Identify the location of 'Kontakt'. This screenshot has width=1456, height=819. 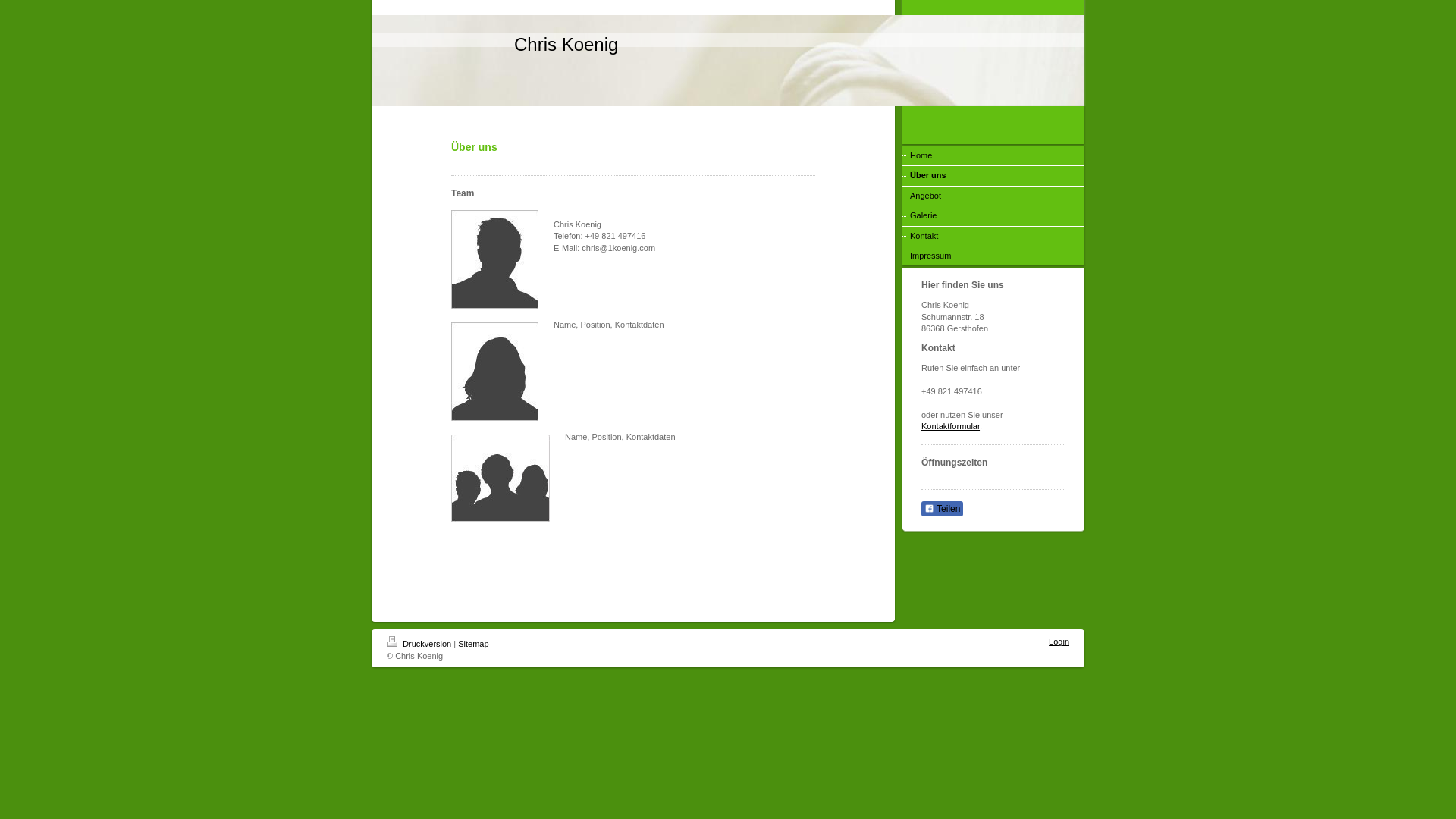
(993, 236).